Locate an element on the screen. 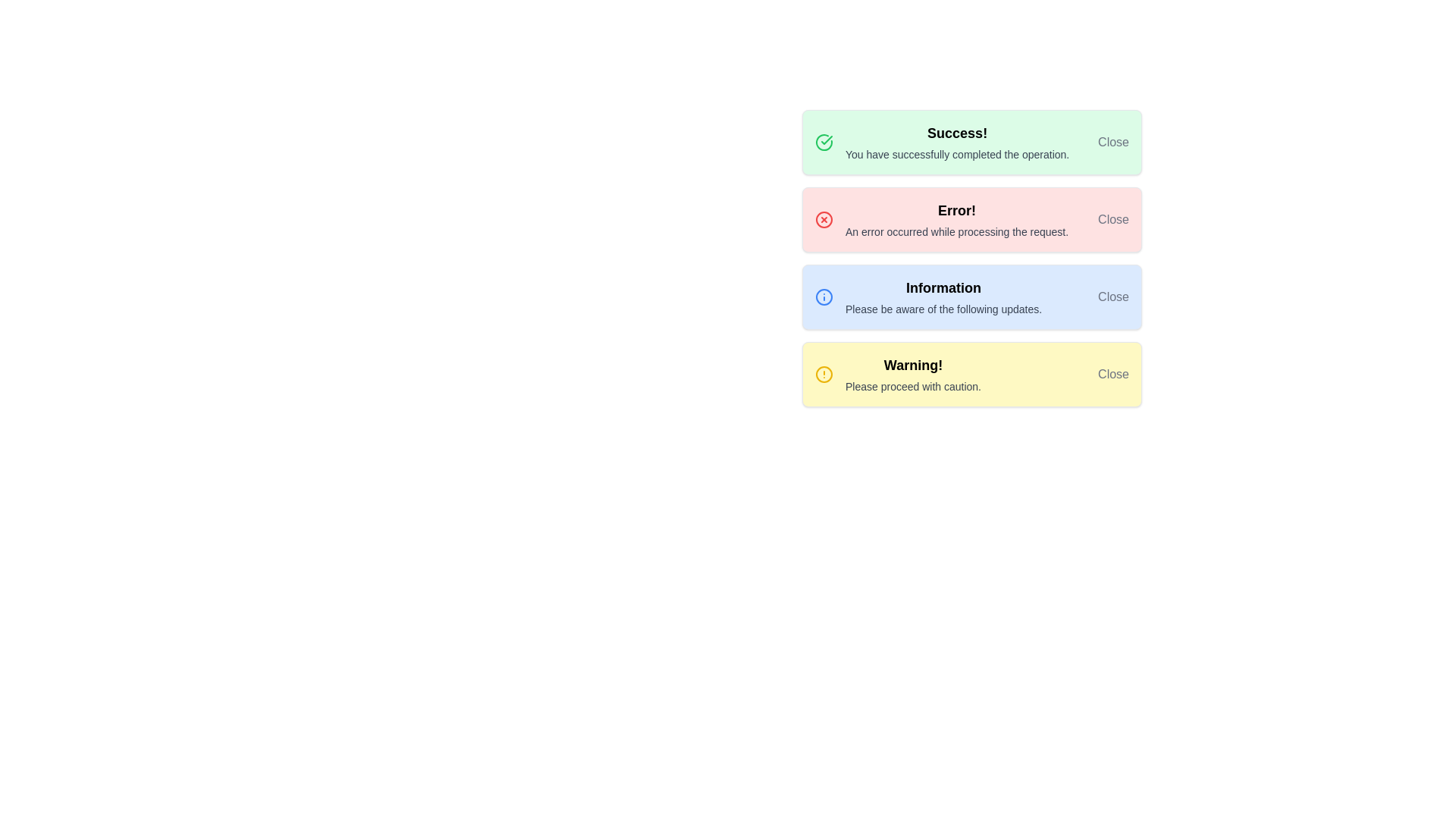  the informational text component located within a light blue notification box, positioned centrally below a red error notification and above a yellow warning notification, with an information icon on the left and a 'Close' button on the right is located at coordinates (943, 297).